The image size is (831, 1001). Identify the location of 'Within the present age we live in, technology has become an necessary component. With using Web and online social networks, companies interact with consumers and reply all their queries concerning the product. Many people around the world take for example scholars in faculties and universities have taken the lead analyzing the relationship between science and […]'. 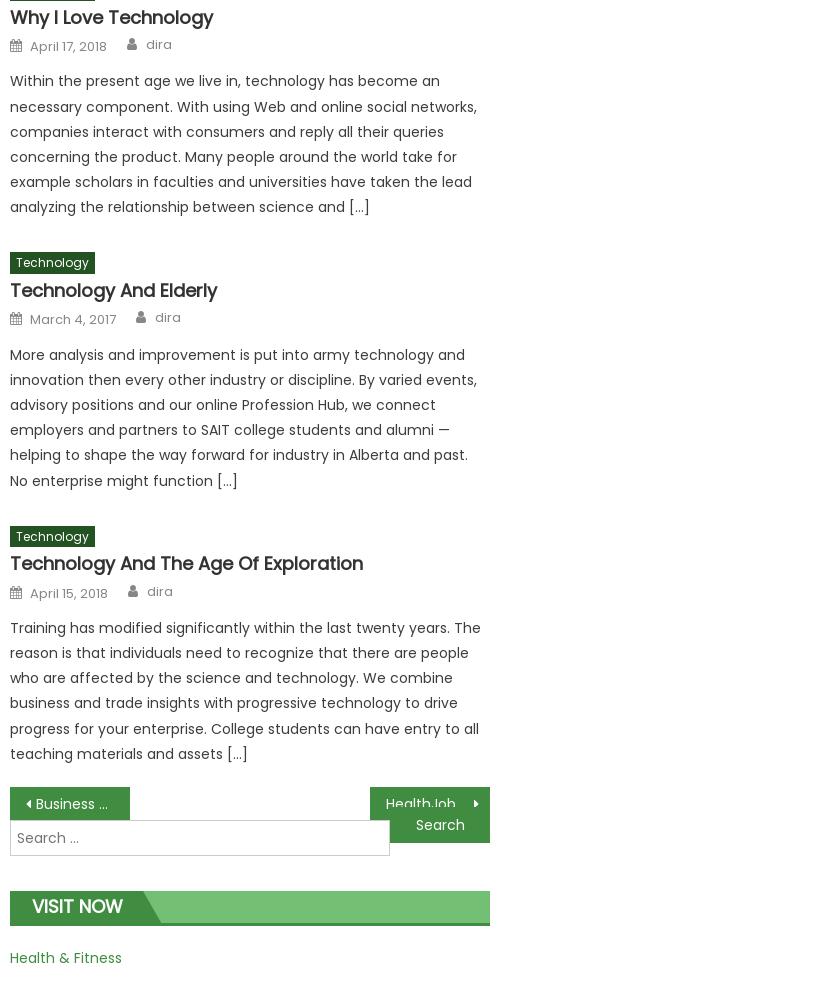
(242, 144).